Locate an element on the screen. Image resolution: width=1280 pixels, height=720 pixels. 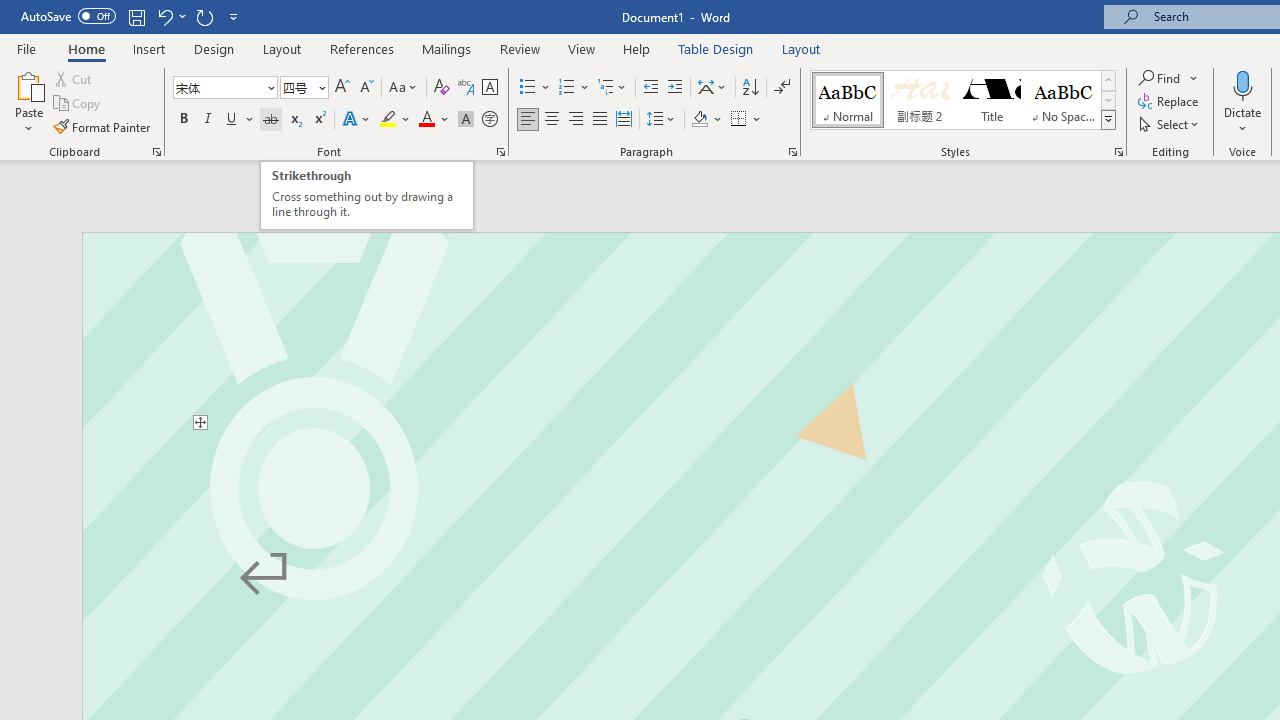
'Undo Text Fill Effect' is located at coordinates (164, 16).